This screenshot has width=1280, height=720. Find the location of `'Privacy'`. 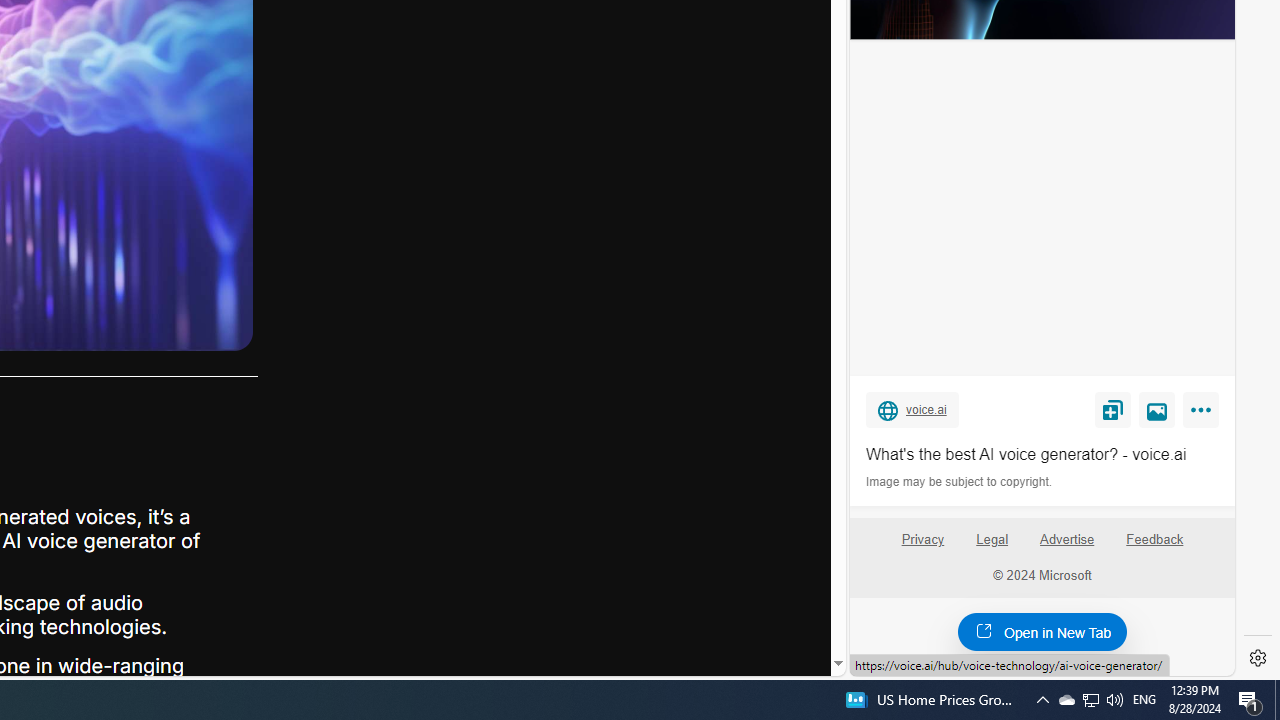

'Privacy' is located at coordinates (921, 538).